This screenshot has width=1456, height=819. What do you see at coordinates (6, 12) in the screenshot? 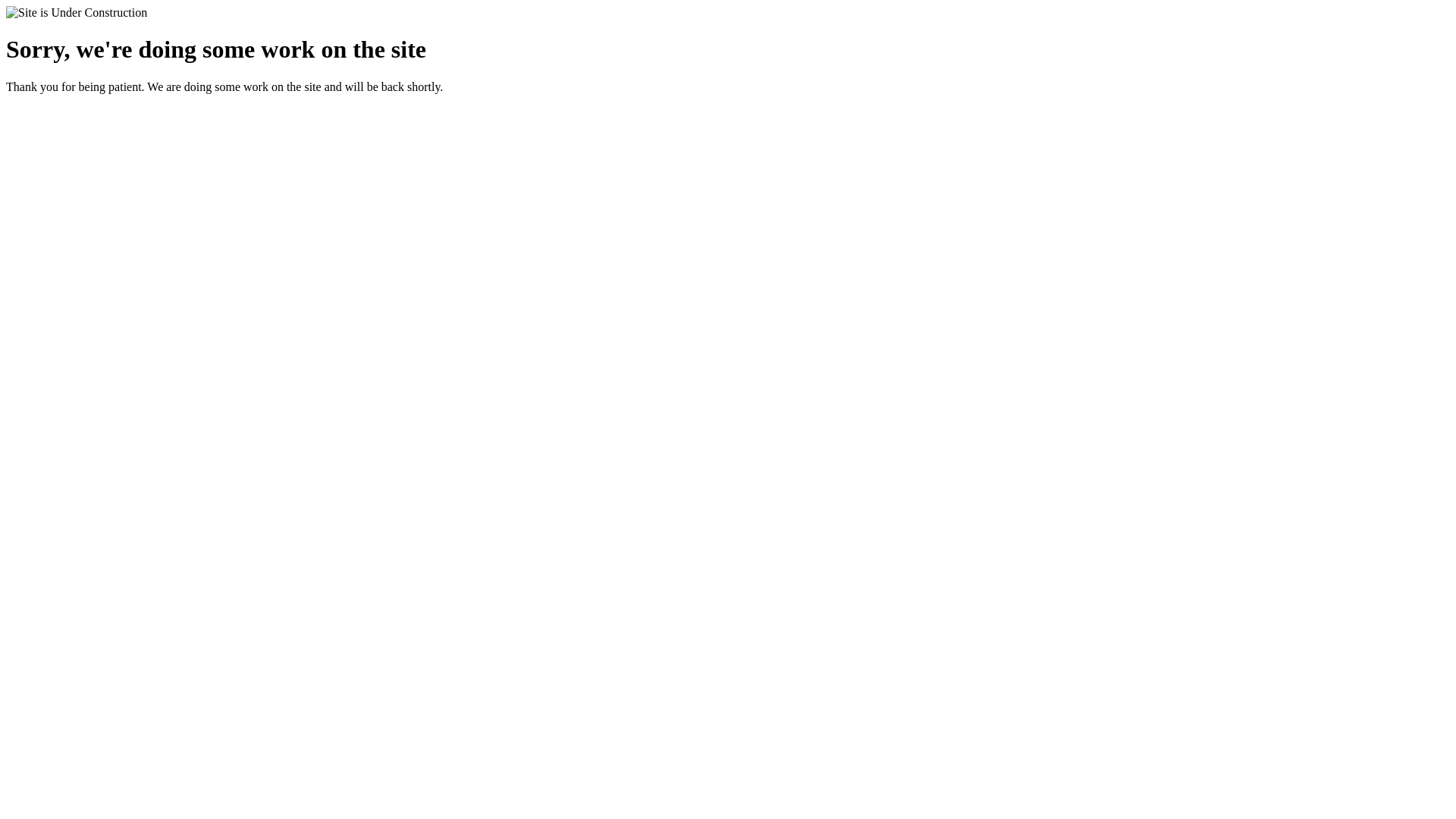
I see `'Site is Under Construction'` at bounding box center [6, 12].